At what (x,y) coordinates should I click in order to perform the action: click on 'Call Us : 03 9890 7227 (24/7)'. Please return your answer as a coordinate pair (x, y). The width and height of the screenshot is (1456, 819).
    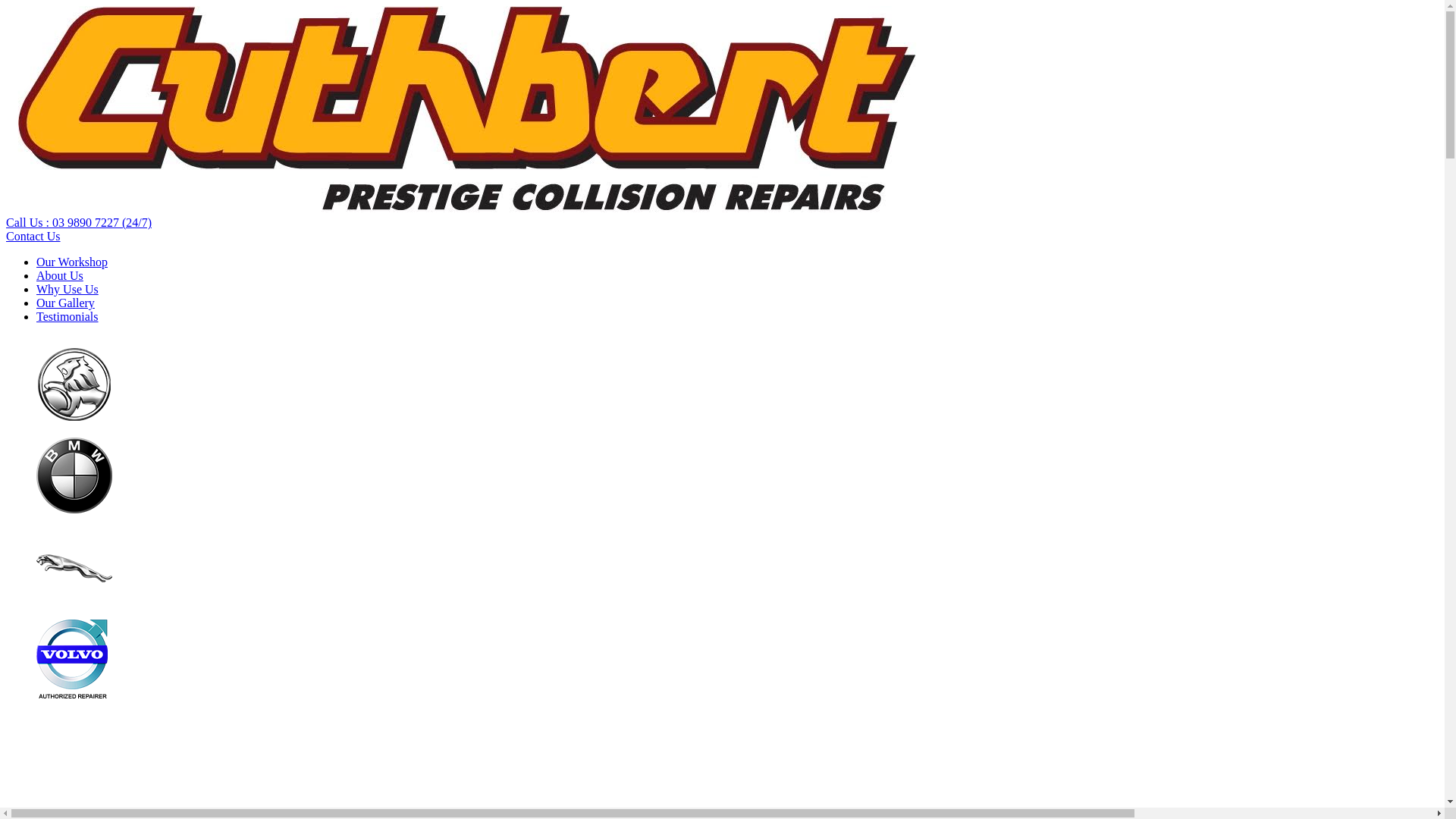
    Looking at the image, I should click on (6, 222).